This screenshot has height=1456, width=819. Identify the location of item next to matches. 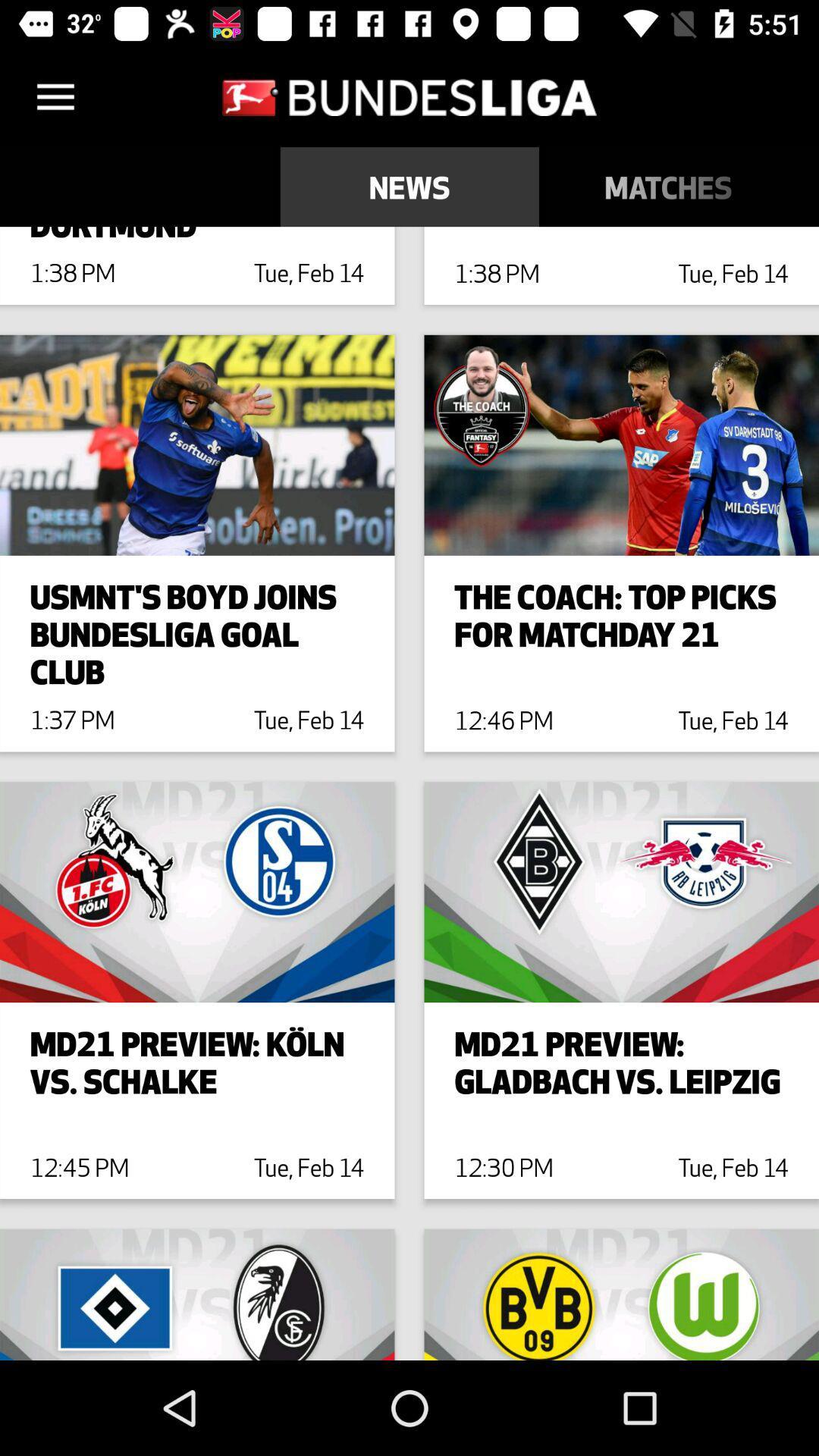
(808, 186).